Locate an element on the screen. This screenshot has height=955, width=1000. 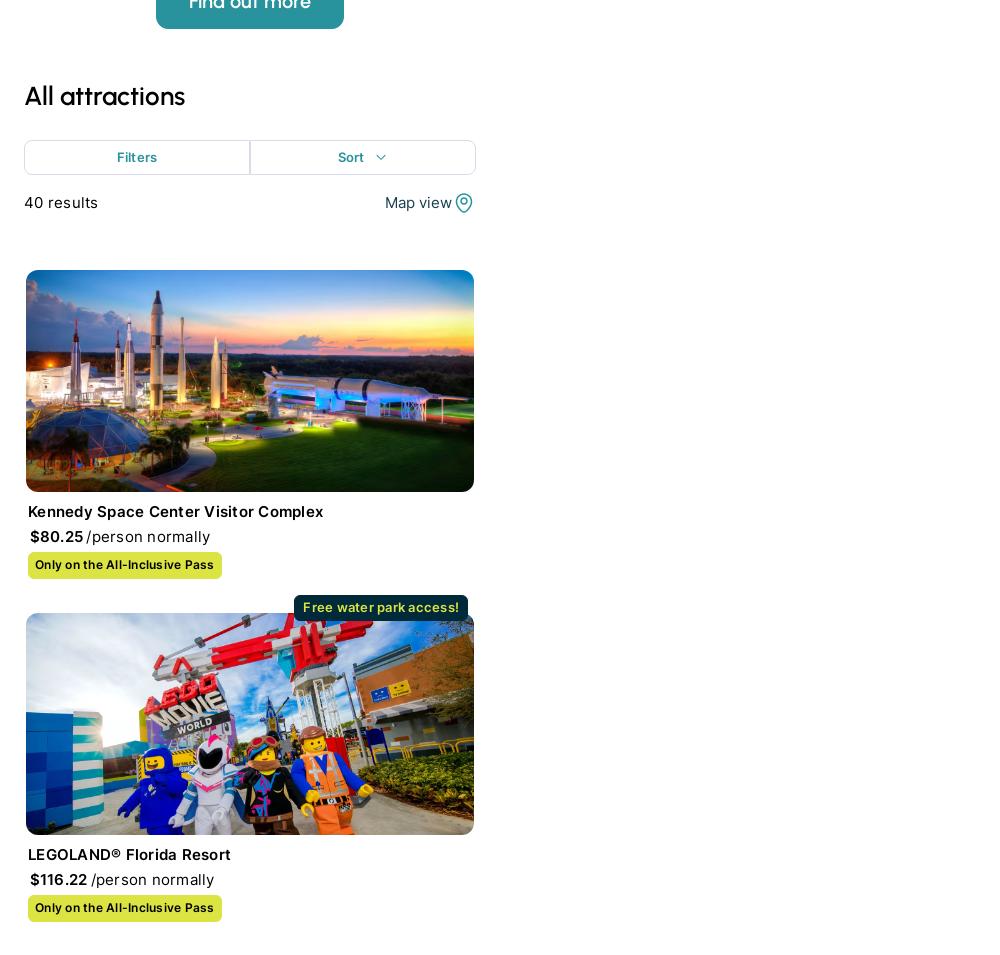
'By signing up, you agree to receiving email updates in accordance with Go City’s' is located at coordinates (229, 434).